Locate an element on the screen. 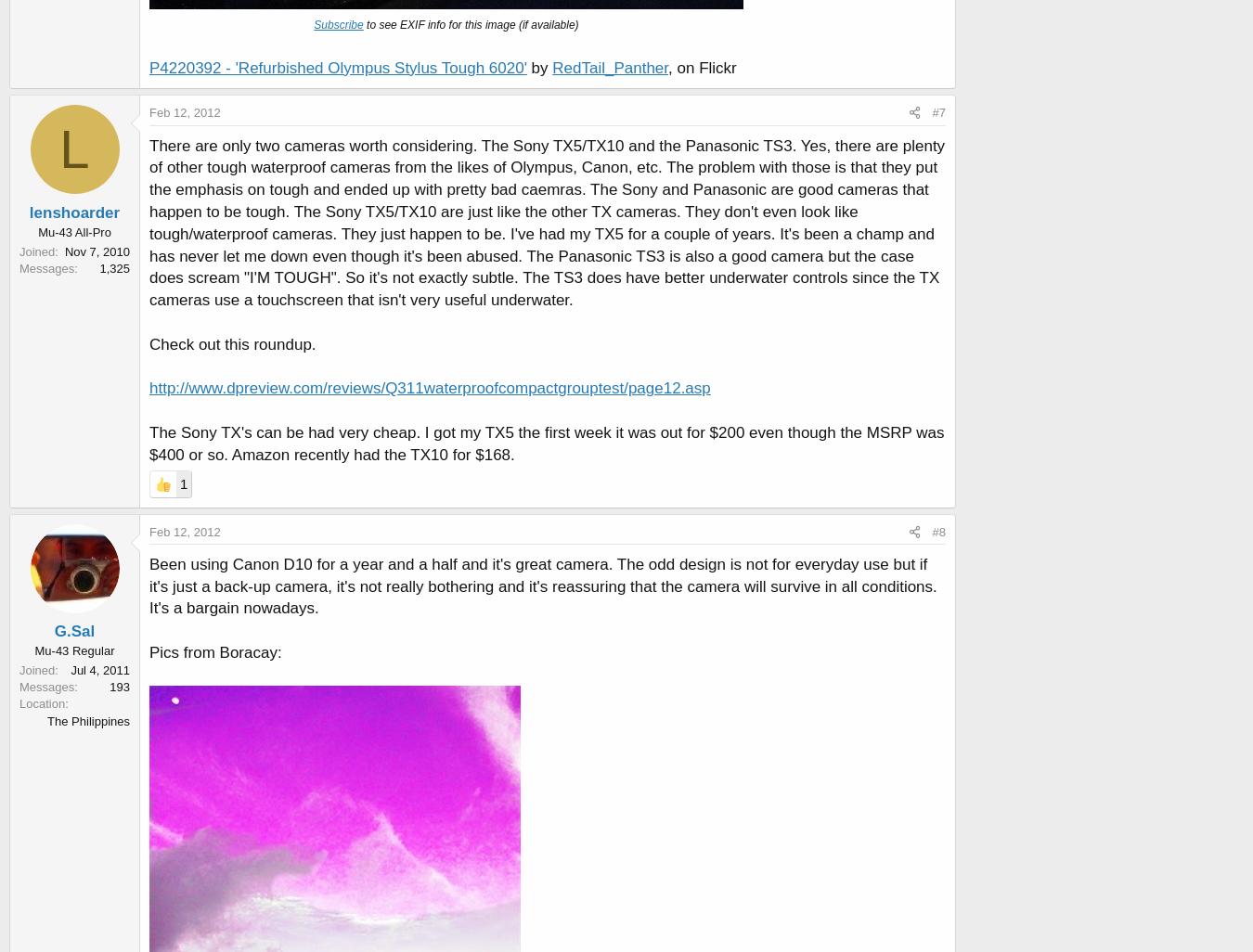 The width and height of the screenshot is (1253, 952). '#8' is located at coordinates (937, 530).